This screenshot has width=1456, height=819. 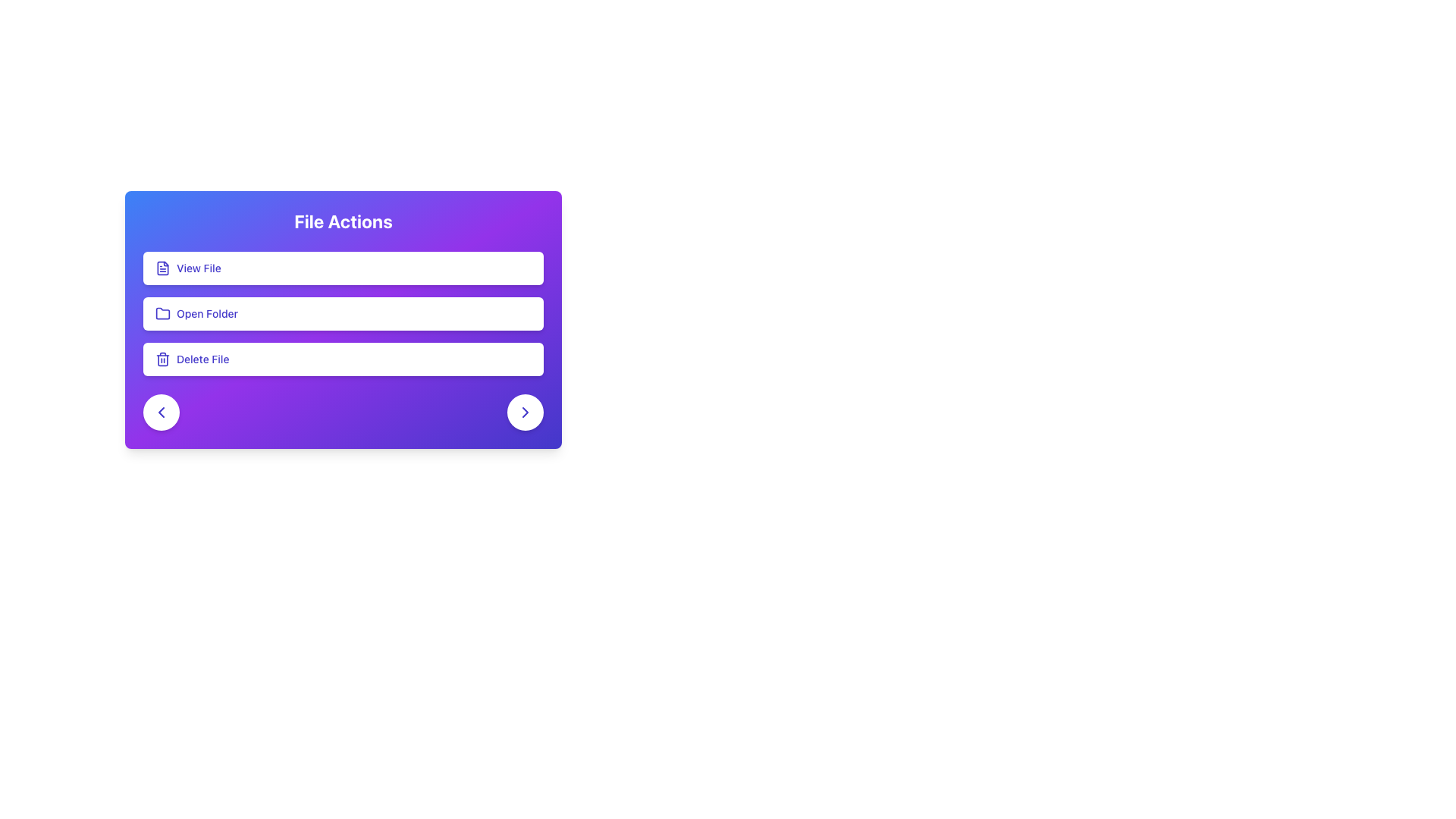 I want to click on the icon located in the 'File Actions' card, specifically in the second row for the 'Open Folder' action, positioned on the left side of the row adjacent to the 'Open Folder' text, so click(x=163, y=312).